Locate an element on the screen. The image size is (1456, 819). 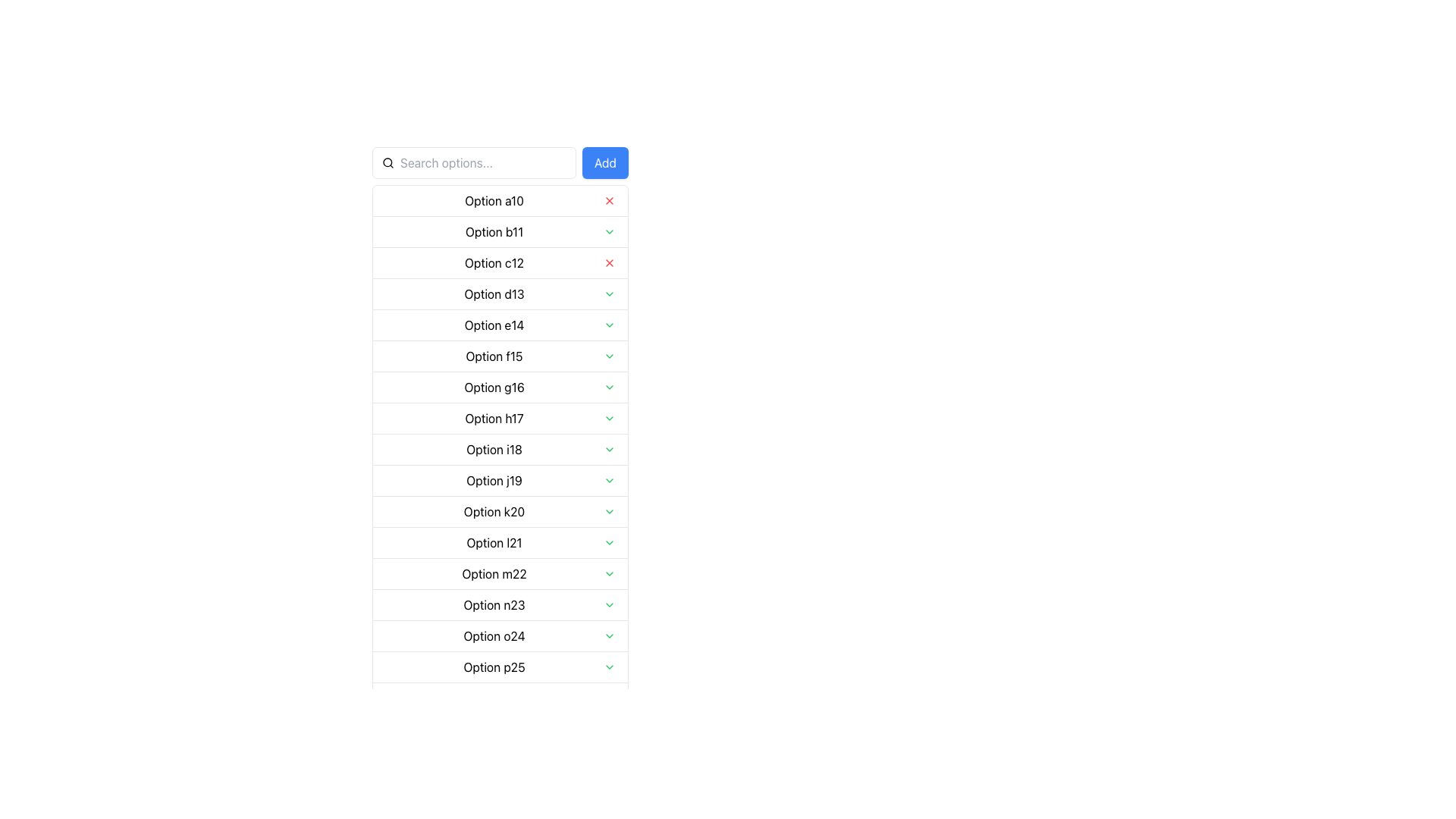
text content of the label 'Option p25' which is displayed as the main label in a list item at the bottom of a vertically stacked list is located at coordinates (494, 666).